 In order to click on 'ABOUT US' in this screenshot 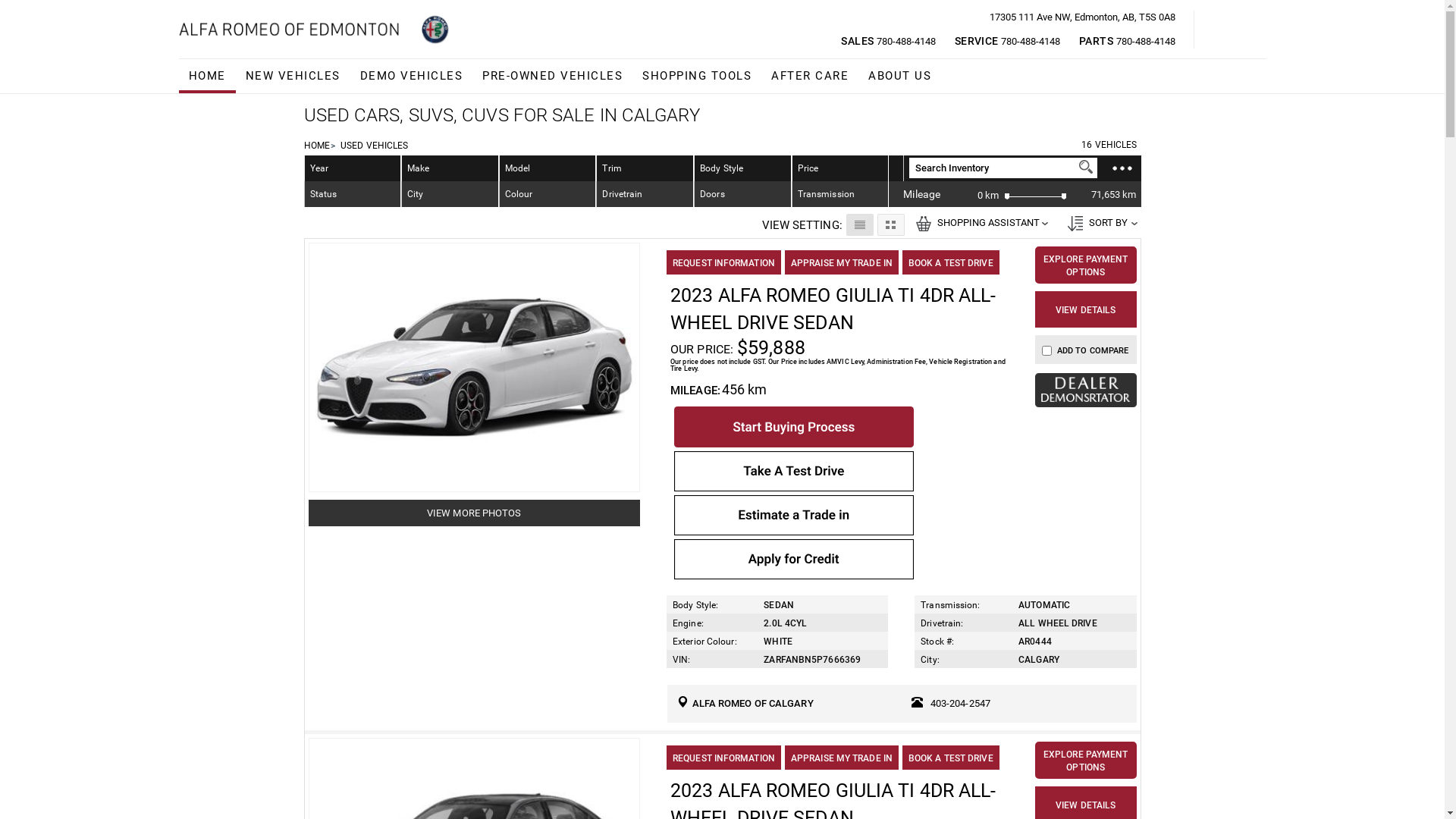, I will do `click(899, 76)`.